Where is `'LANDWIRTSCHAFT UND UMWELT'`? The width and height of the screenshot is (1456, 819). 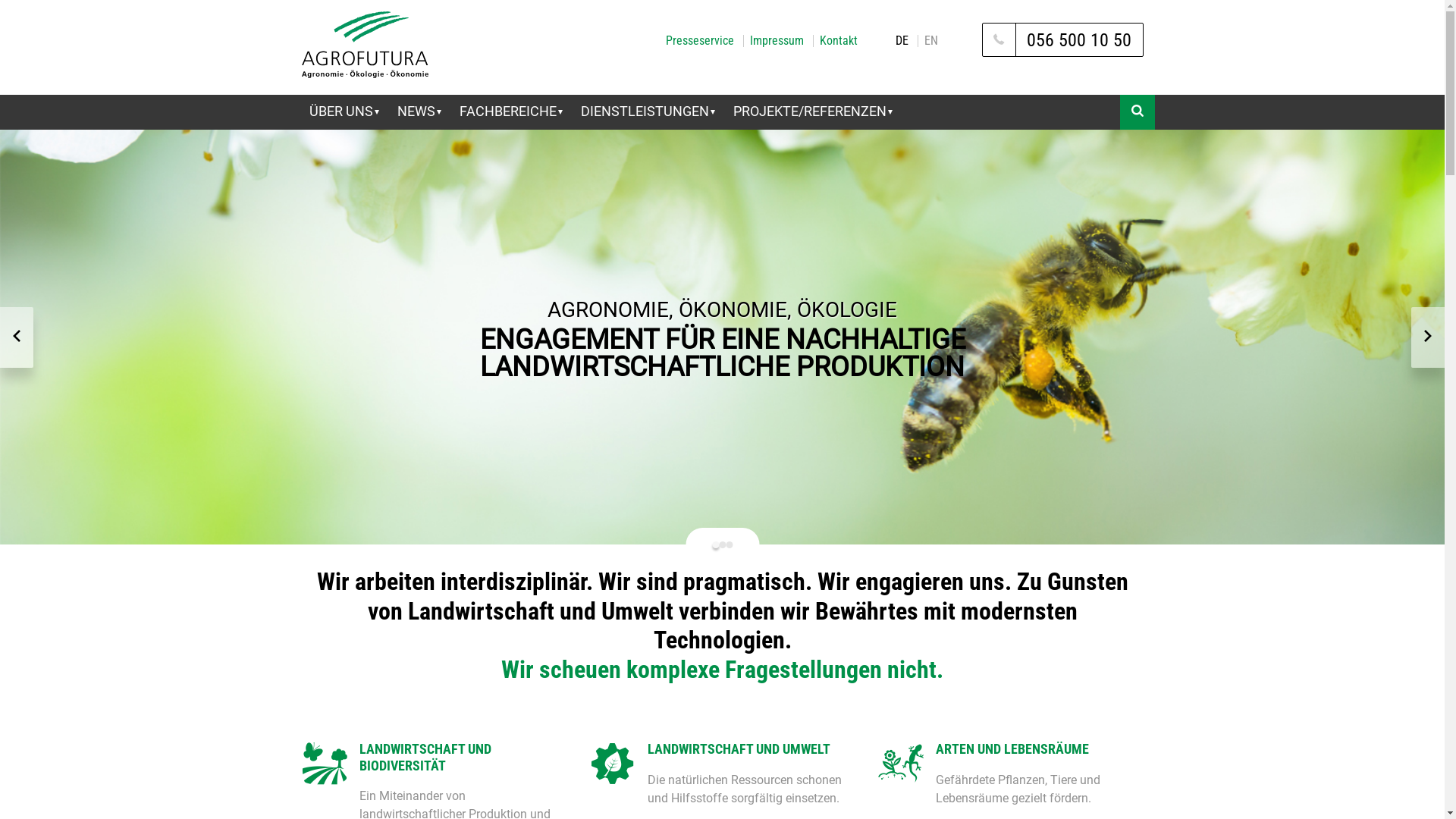
'LANDWIRTSCHAFT UND UMWELT' is located at coordinates (751, 748).